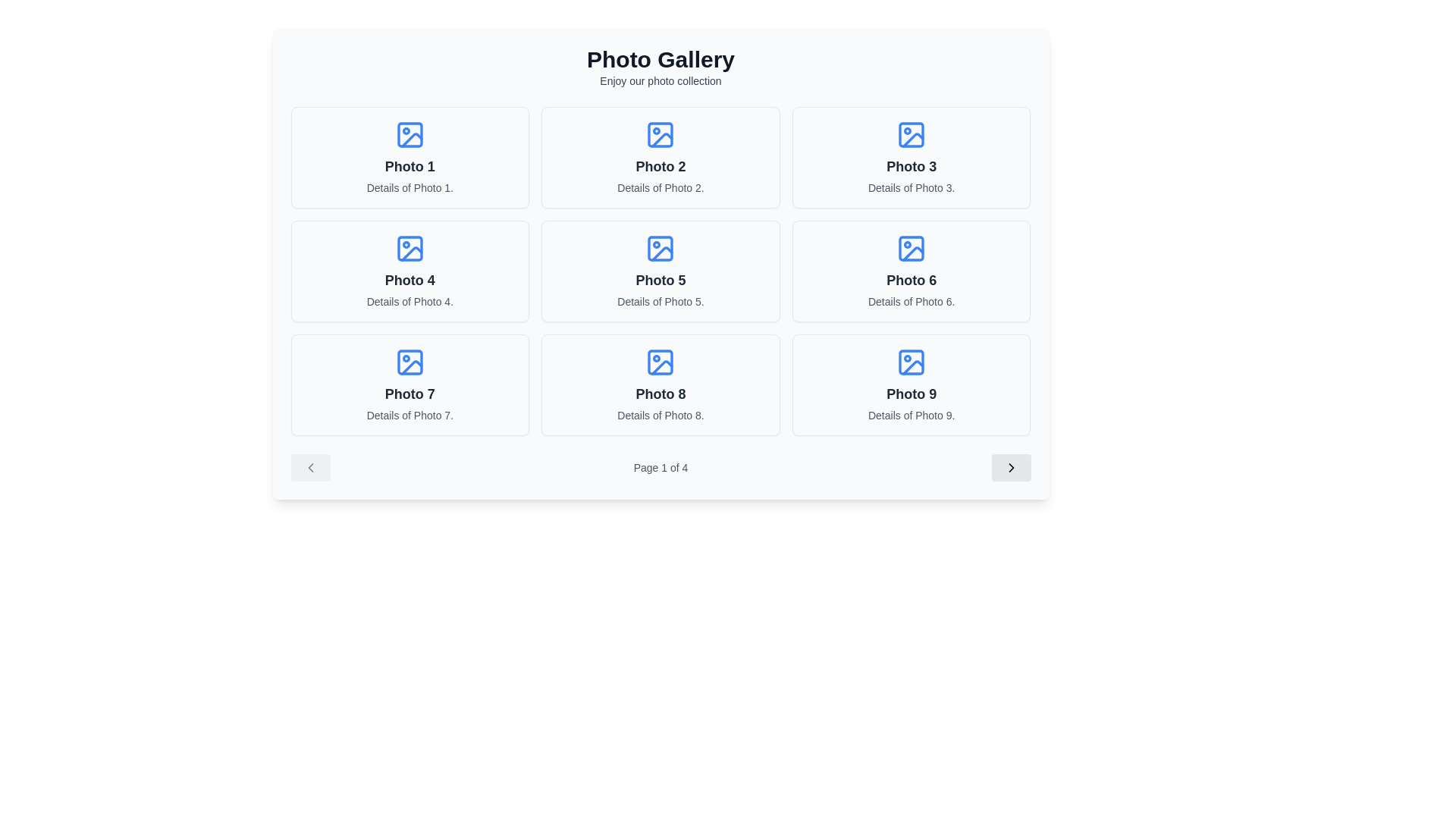 This screenshot has height=819, width=1456. Describe the element at coordinates (661, 362) in the screenshot. I see `the decorative shape within the image icon of the eighth photo card labeled 'Photo 8'` at that location.